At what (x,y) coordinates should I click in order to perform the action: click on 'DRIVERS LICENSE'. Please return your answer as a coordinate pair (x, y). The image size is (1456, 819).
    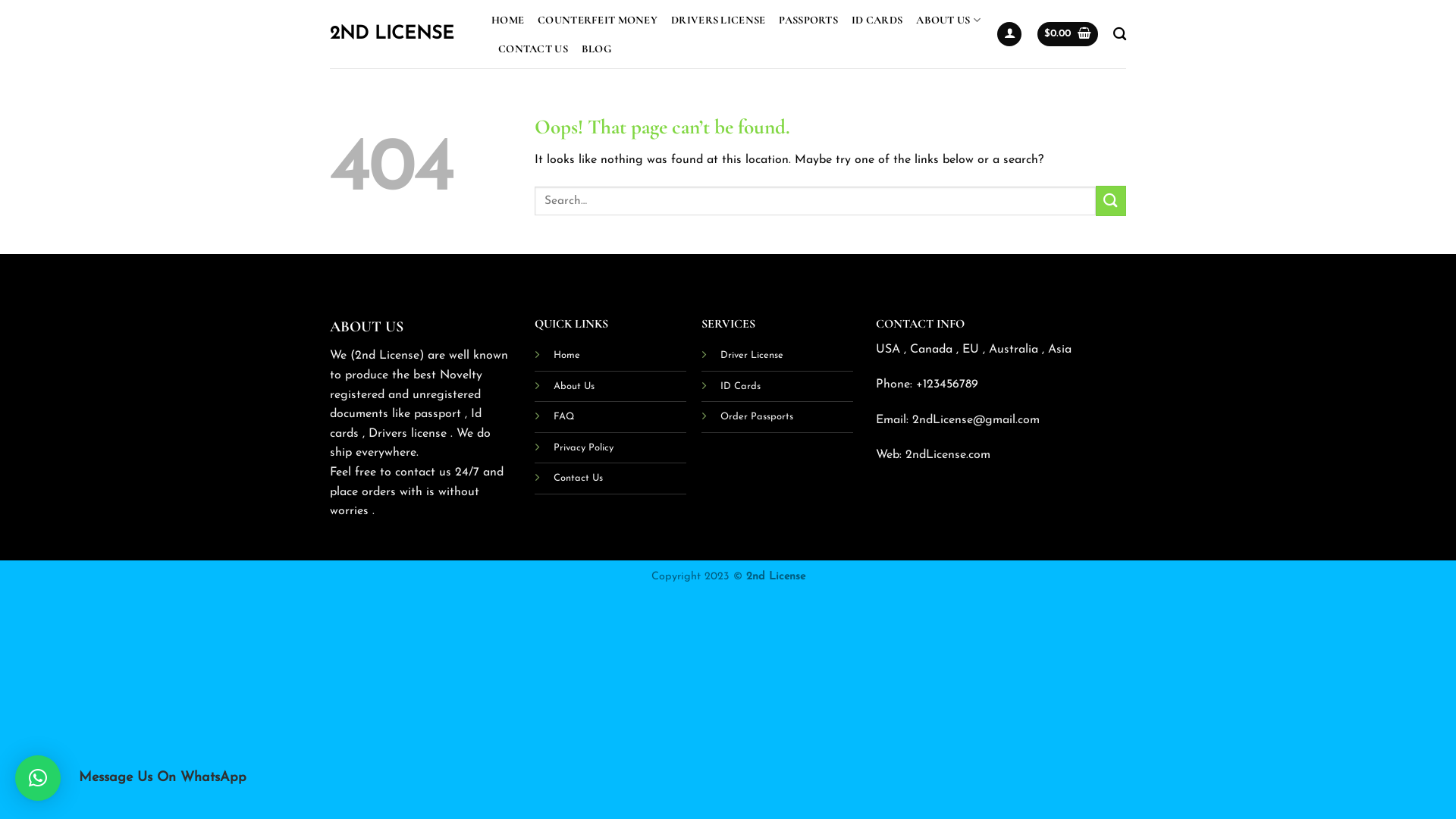
    Looking at the image, I should click on (717, 20).